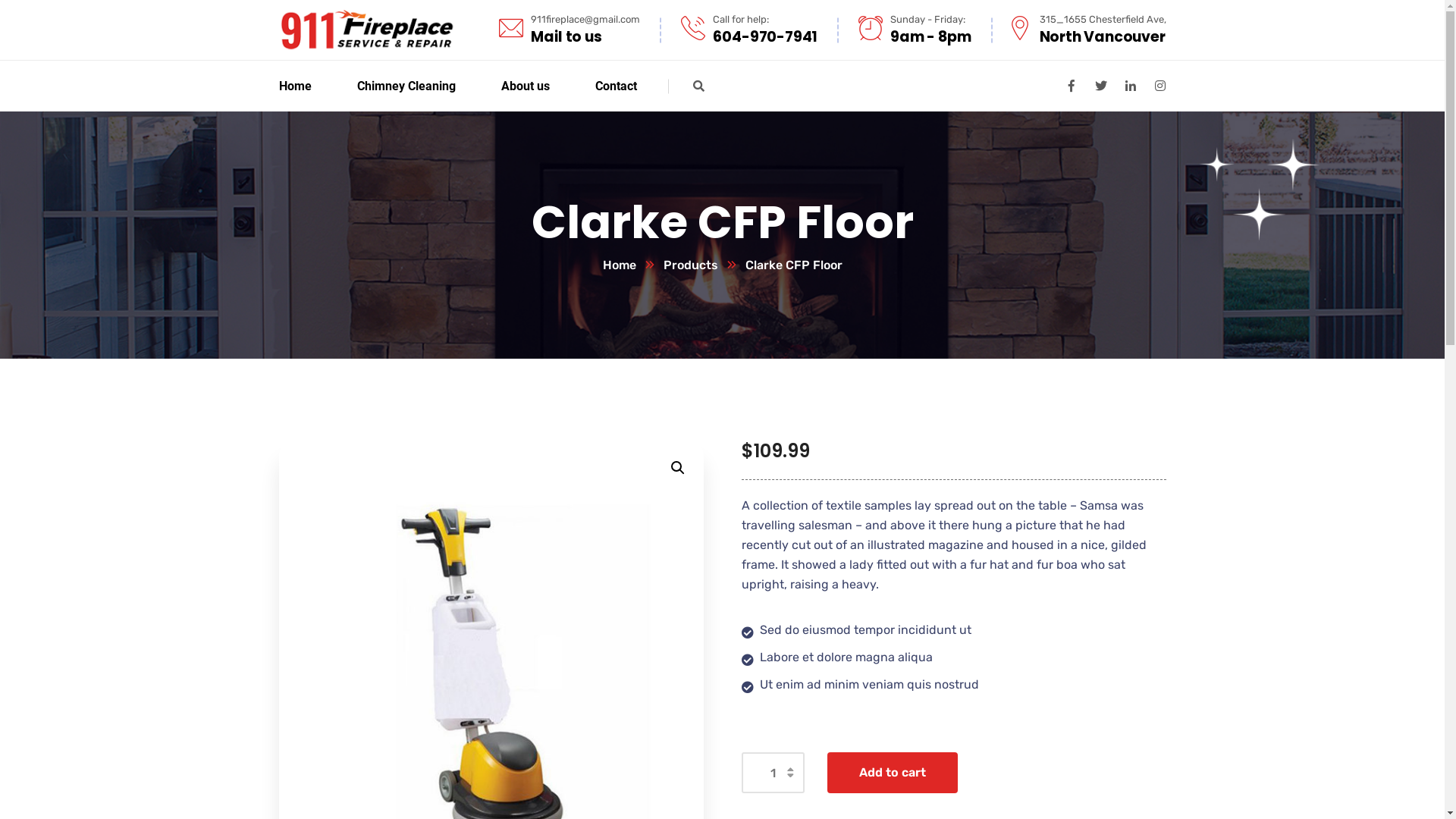 The height and width of the screenshot is (819, 1456). Describe the element at coordinates (405, 86) in the screenshot. I see `'Chimney Cleaning'` at that location.